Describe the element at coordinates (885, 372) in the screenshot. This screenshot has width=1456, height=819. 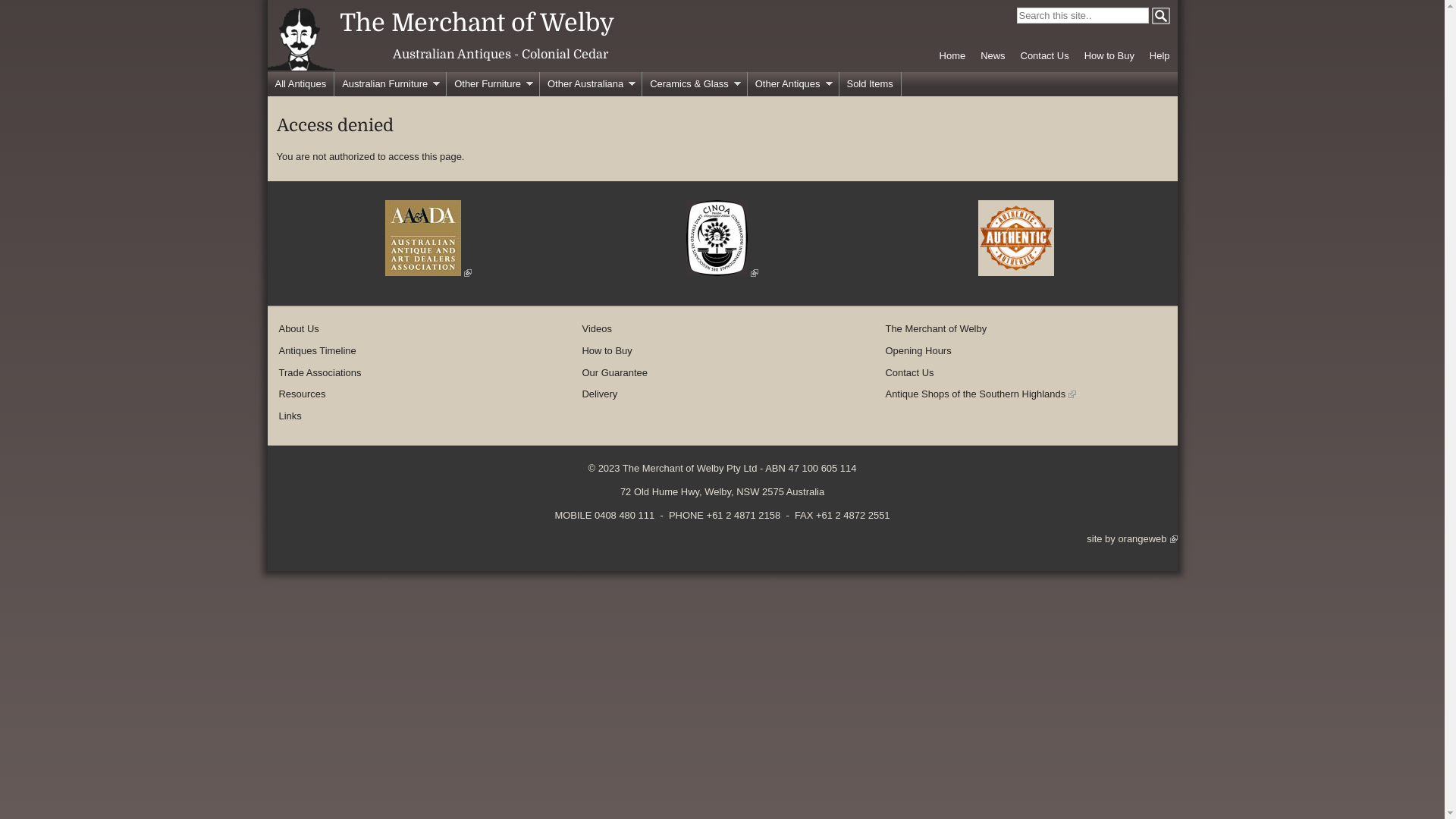
I see `'Contact Us'` at that location.